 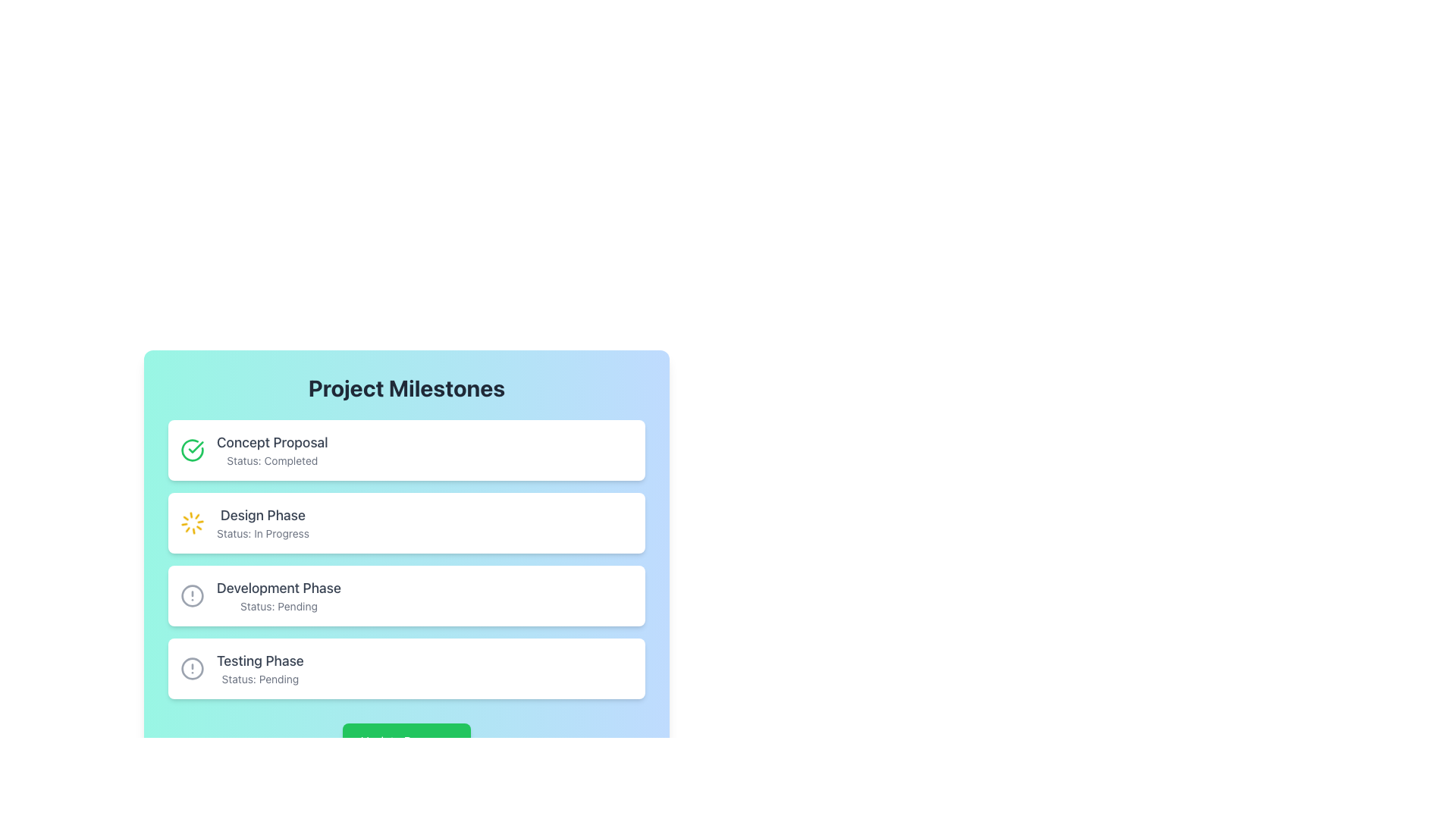 What do you see at coordinates (192, 522) in the screenshot?
I see `the animated SVG icon that serves as a visual indicator for the 'Design Phase Status: In Progress' milestone card` at bounding box center [192, 522].